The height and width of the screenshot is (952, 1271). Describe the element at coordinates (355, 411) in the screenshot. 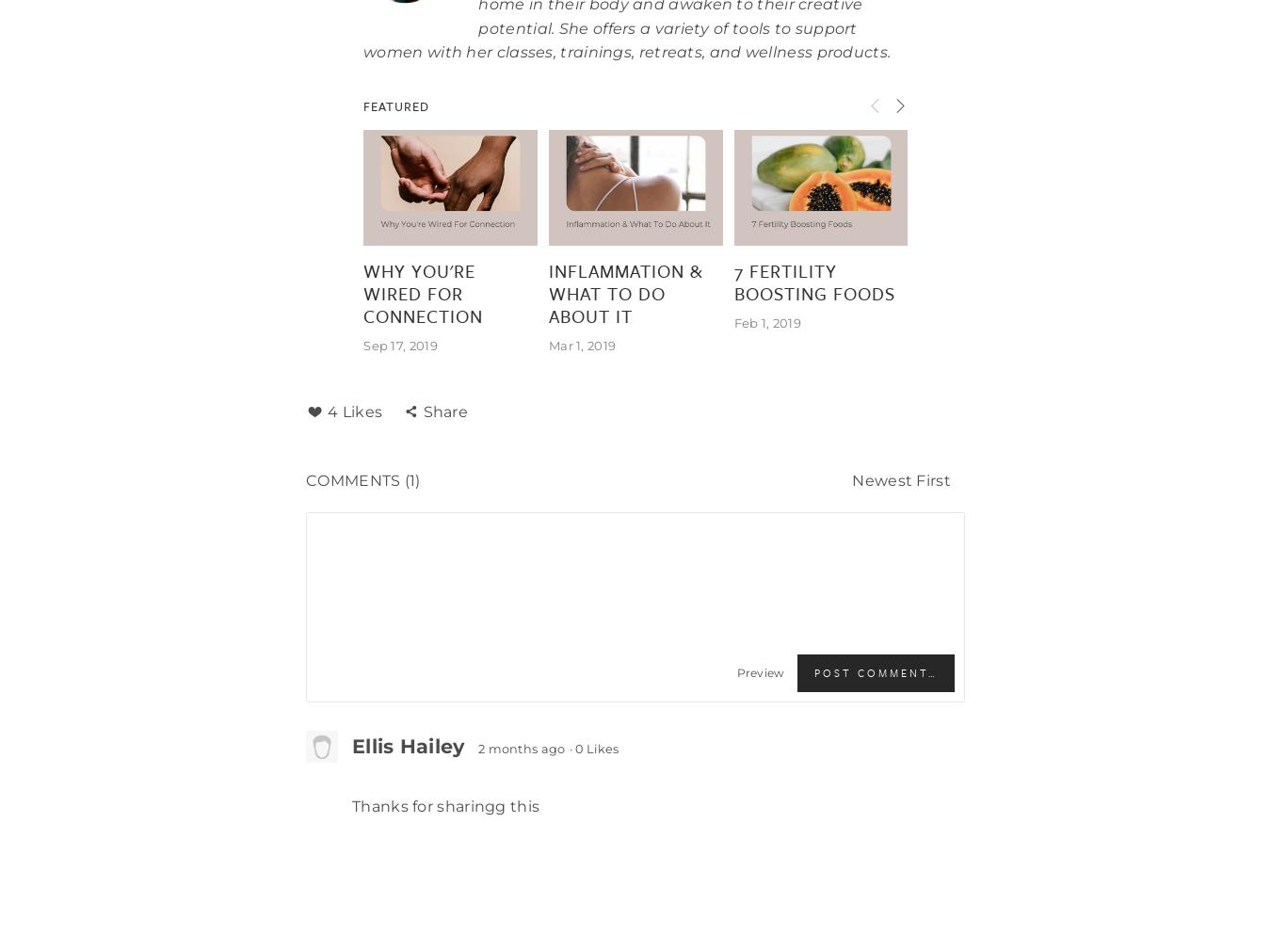

I see `'4 Likes'` at that location.